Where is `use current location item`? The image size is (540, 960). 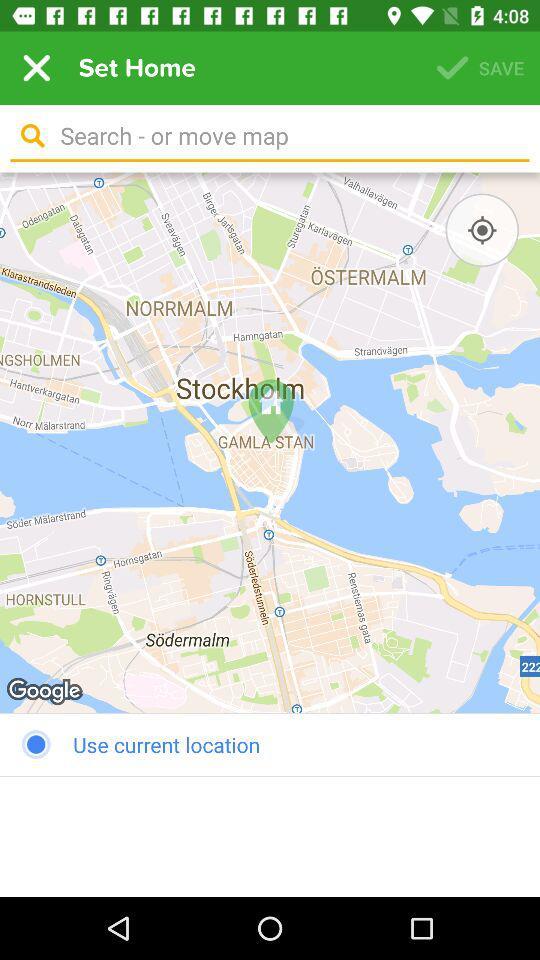 use current location item is located at coordinates (270, 743).